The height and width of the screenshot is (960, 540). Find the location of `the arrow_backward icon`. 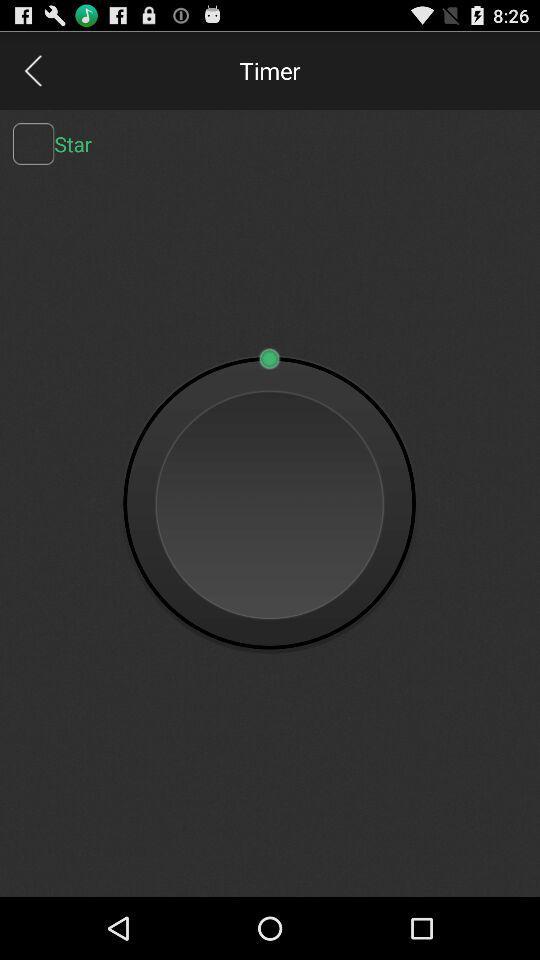

the arrow_backward icon is located at coordinates (31, 75).